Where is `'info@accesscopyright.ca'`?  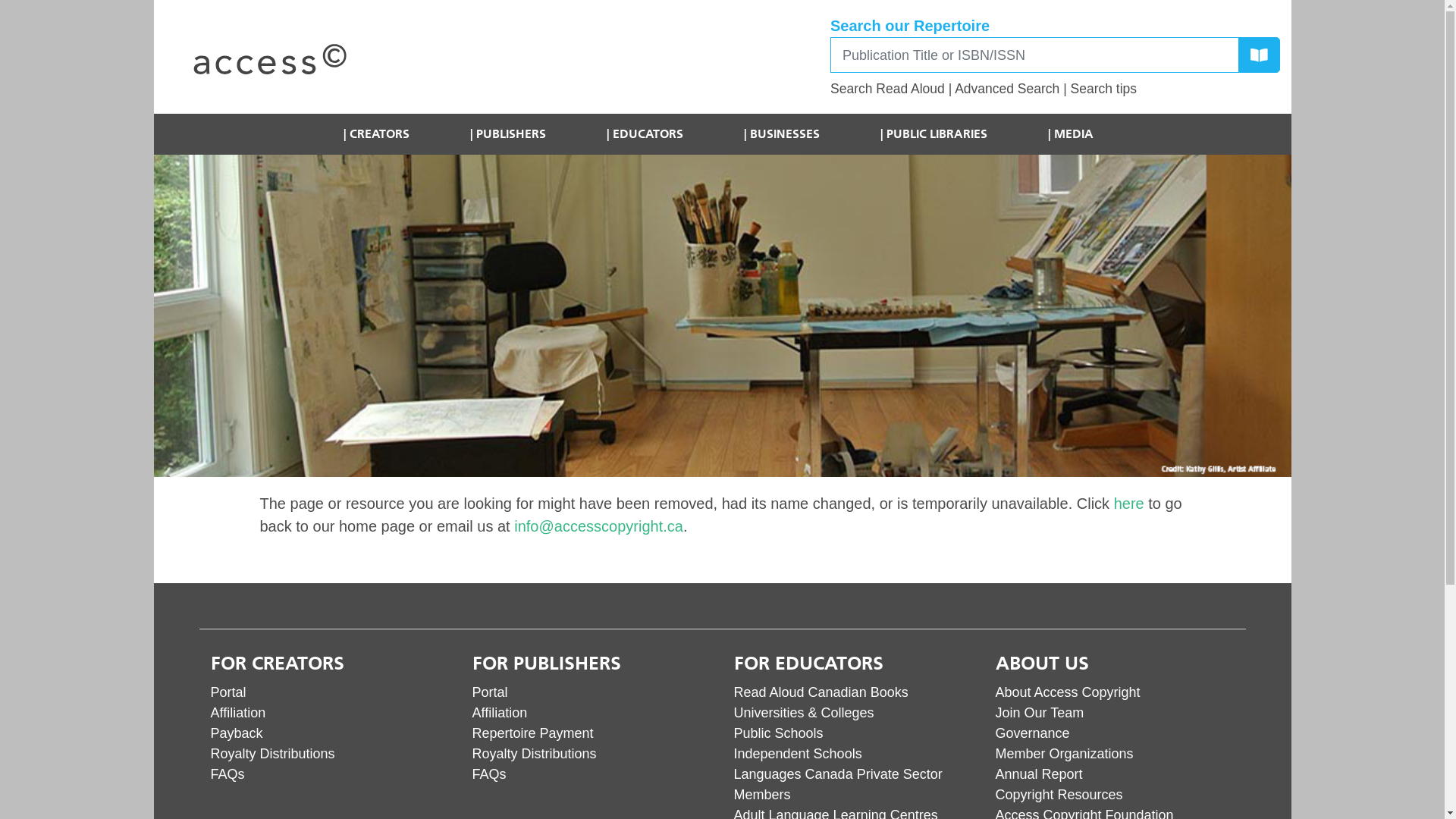
'info@accesscopyright.ca' is located at coordinates (598, 526).